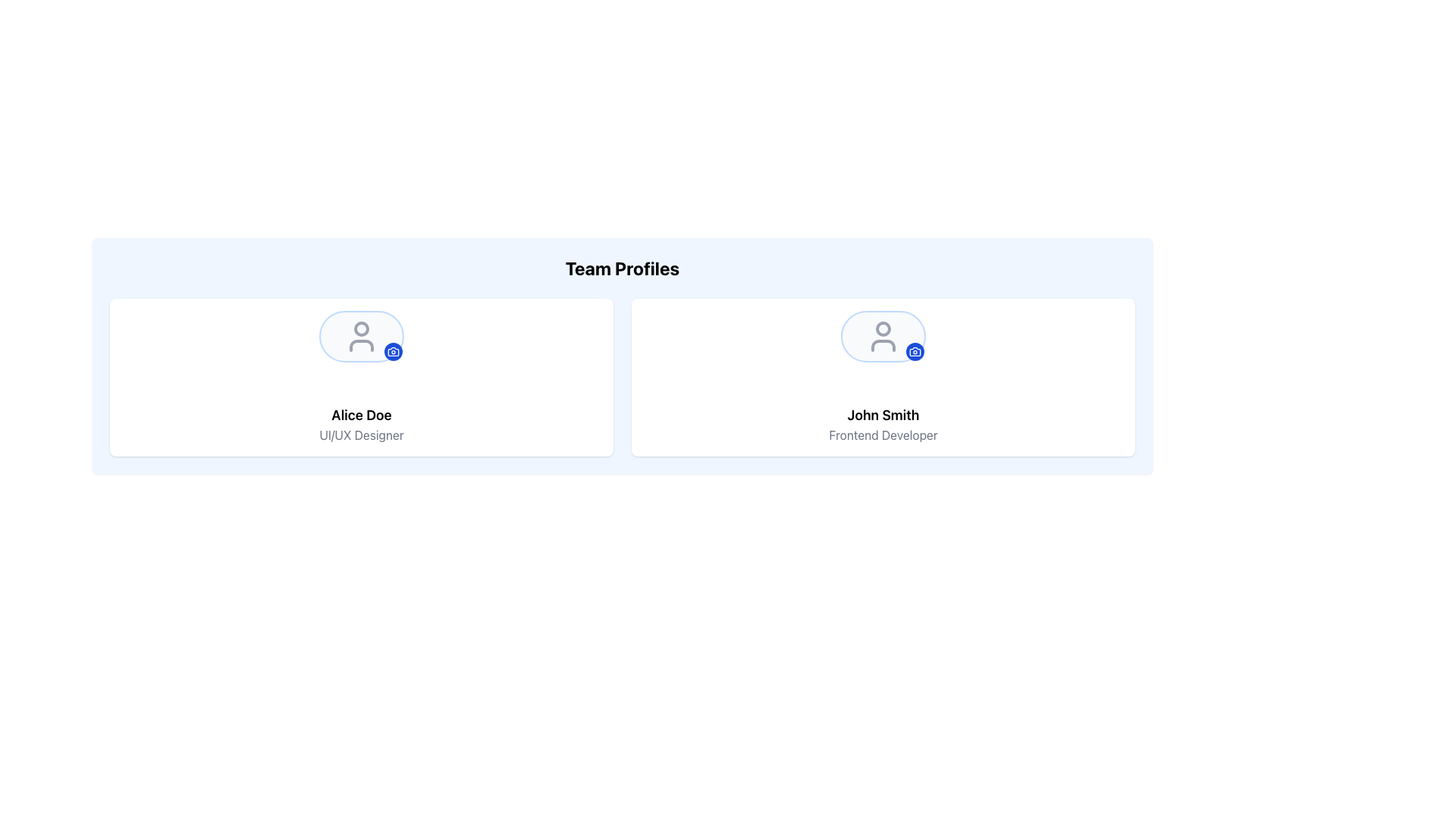 The width and height of the screenshot is (1456, 819). Describe the element at coordinates (622, 268) in the screenshot. I see `text from the header label that organizes the team member profiles section, which is centrally aligned above the profiles of 'Alice Doe' and 'John Smith'` at that location.